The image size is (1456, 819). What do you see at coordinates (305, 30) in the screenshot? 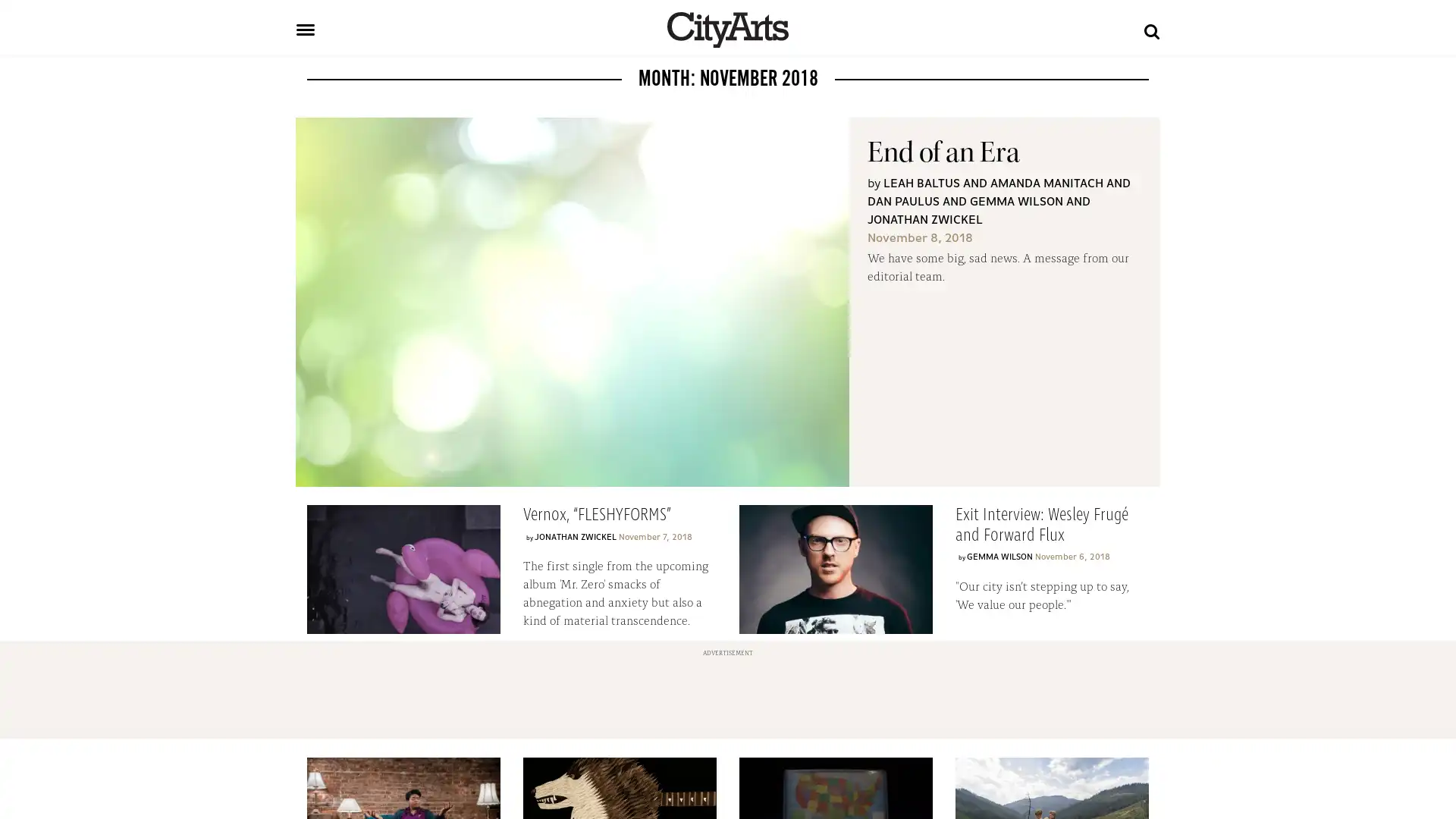
I see `Toggle navigation` at bounding box center [305, 30].